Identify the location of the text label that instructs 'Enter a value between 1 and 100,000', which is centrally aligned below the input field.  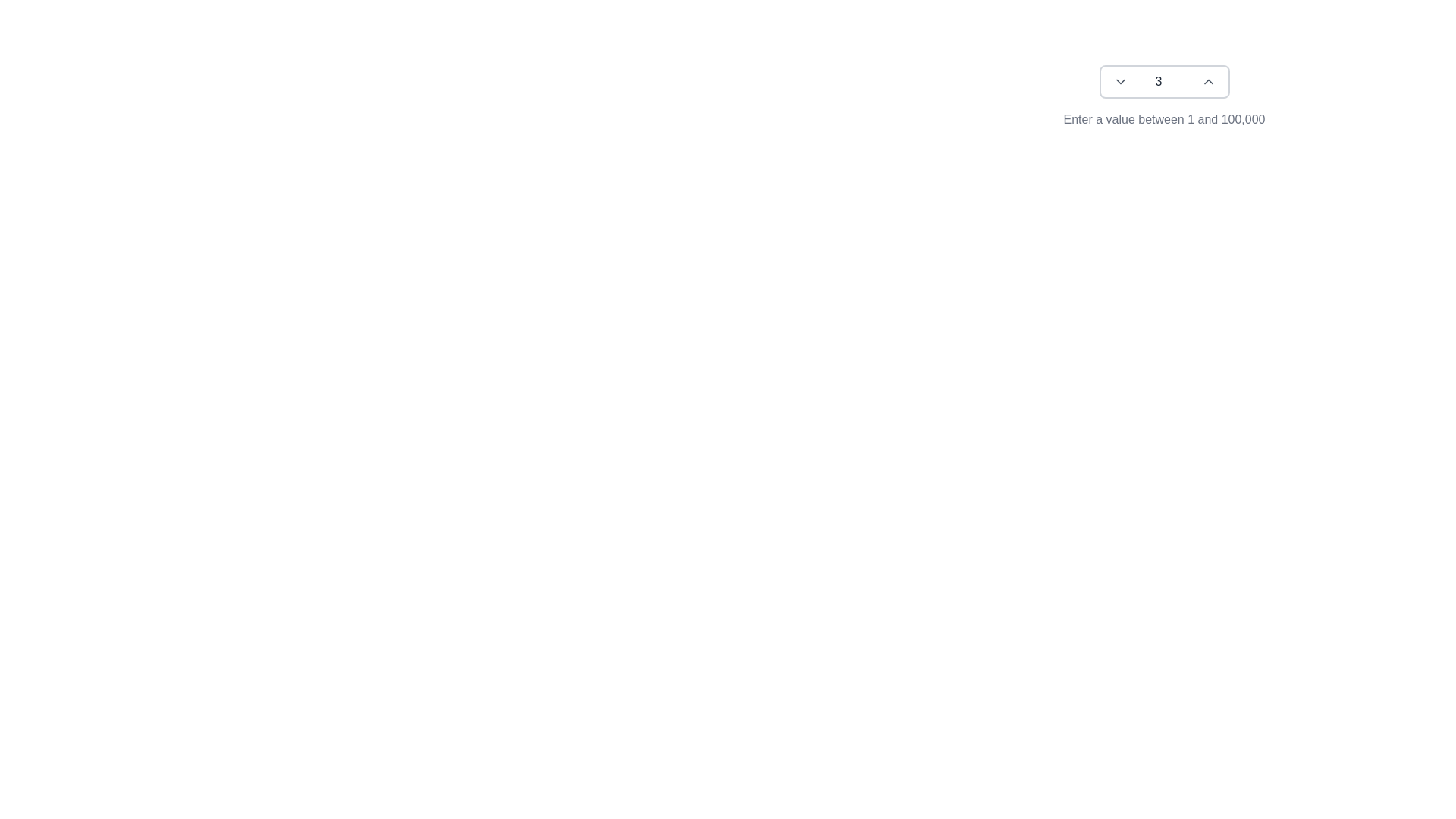
(1163, 119).